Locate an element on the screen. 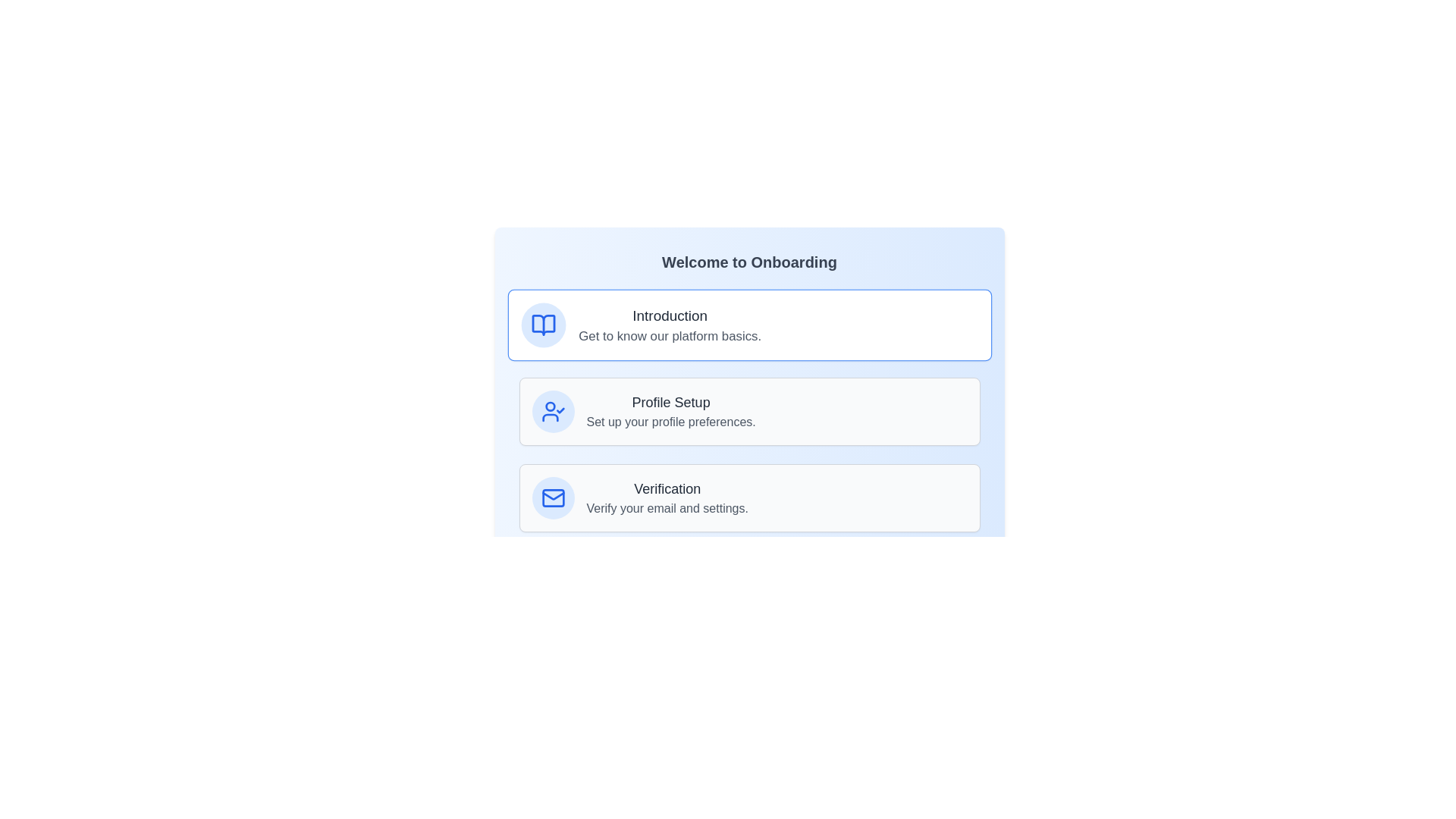  the blue envelope icon outlined in white, which is located to the left of the text label 'Verification' in the third row of onboarding steps is located at coordinates (552, 497).